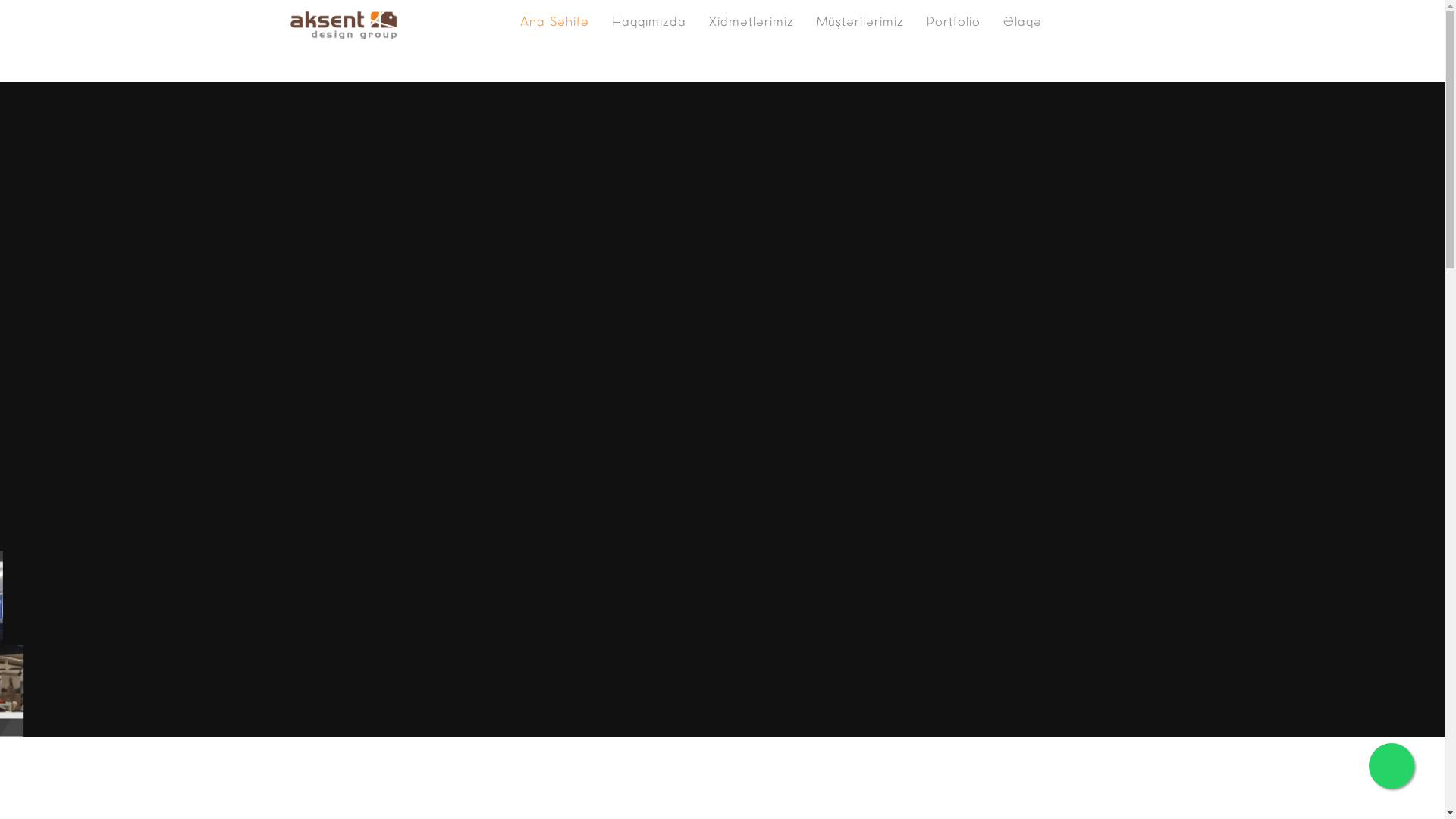 The width and height of the screenshot is (1456, 819). What do you see at coordinates (952, 23) in the screenshot?
I see `'Portfolio'` at bounding box center [952, 23].